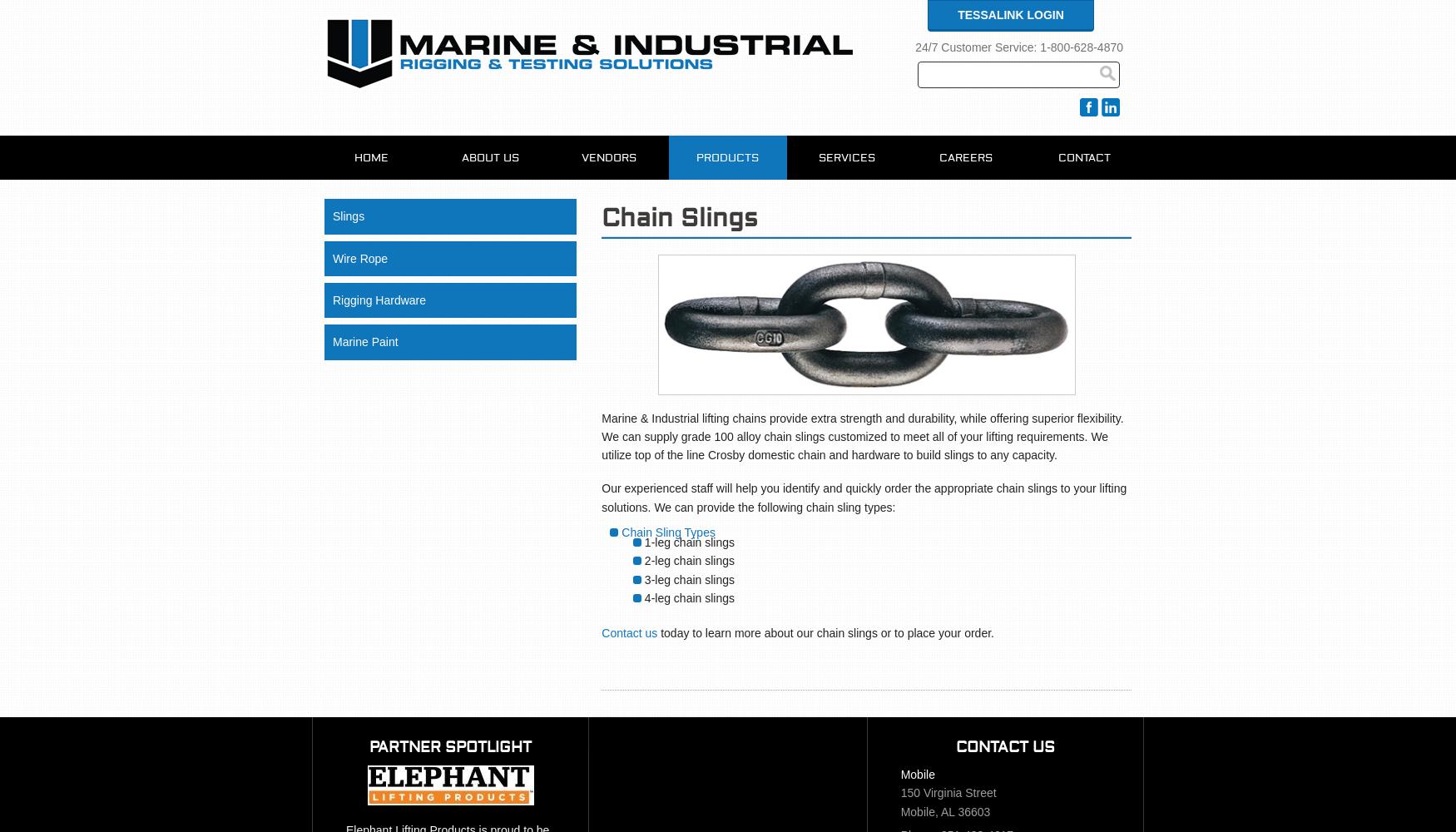 Image resolution: width=1456 pixels, height=832 pixels. I want to click on 'Contact Us', so click(954, 746).